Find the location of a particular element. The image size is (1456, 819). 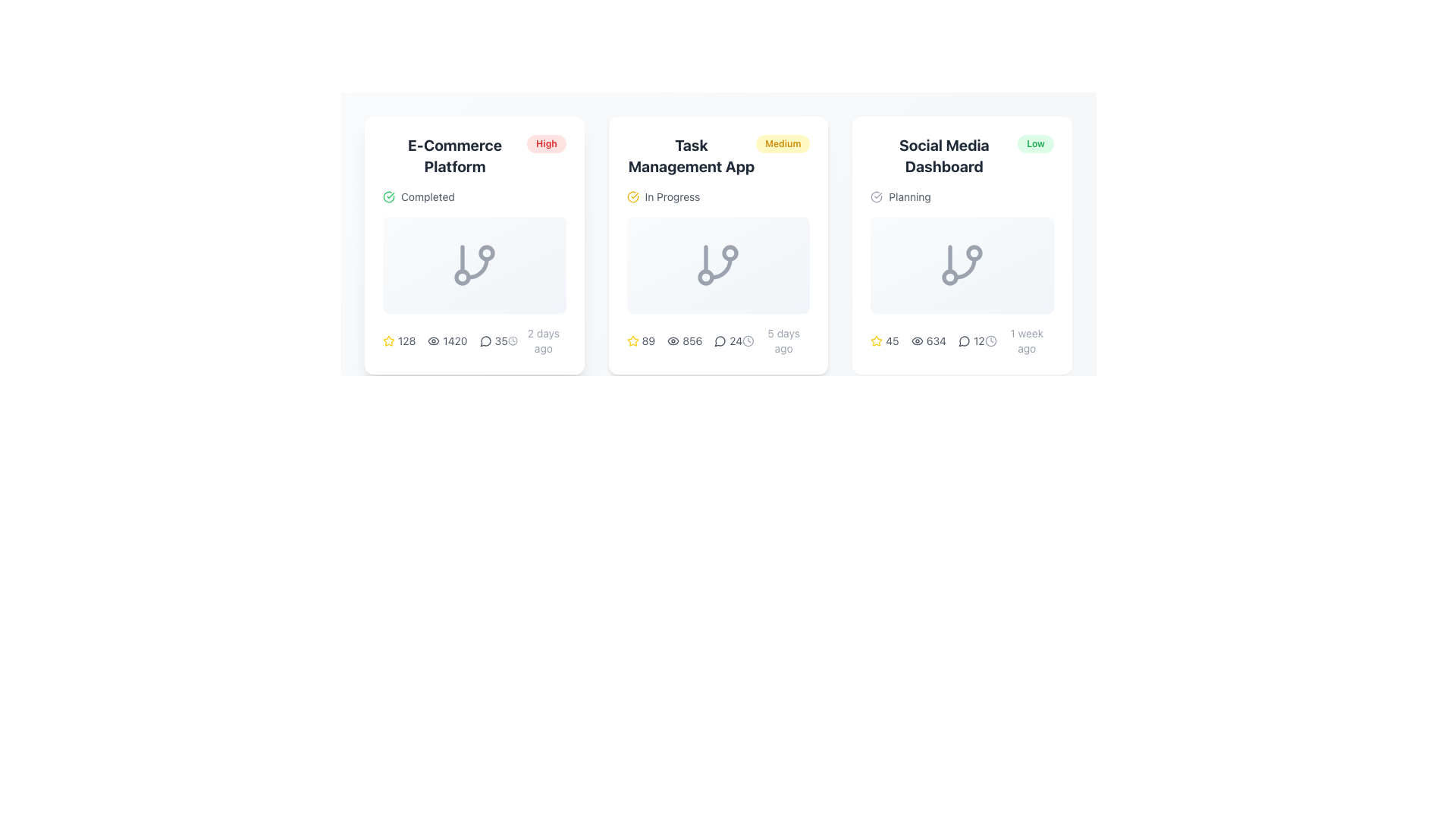

the static text label that displays the status "In Progress" located to the right of the circular check icon with a yellow accent in the central card of the "Task Management App." is located at coordinates (672, 196).